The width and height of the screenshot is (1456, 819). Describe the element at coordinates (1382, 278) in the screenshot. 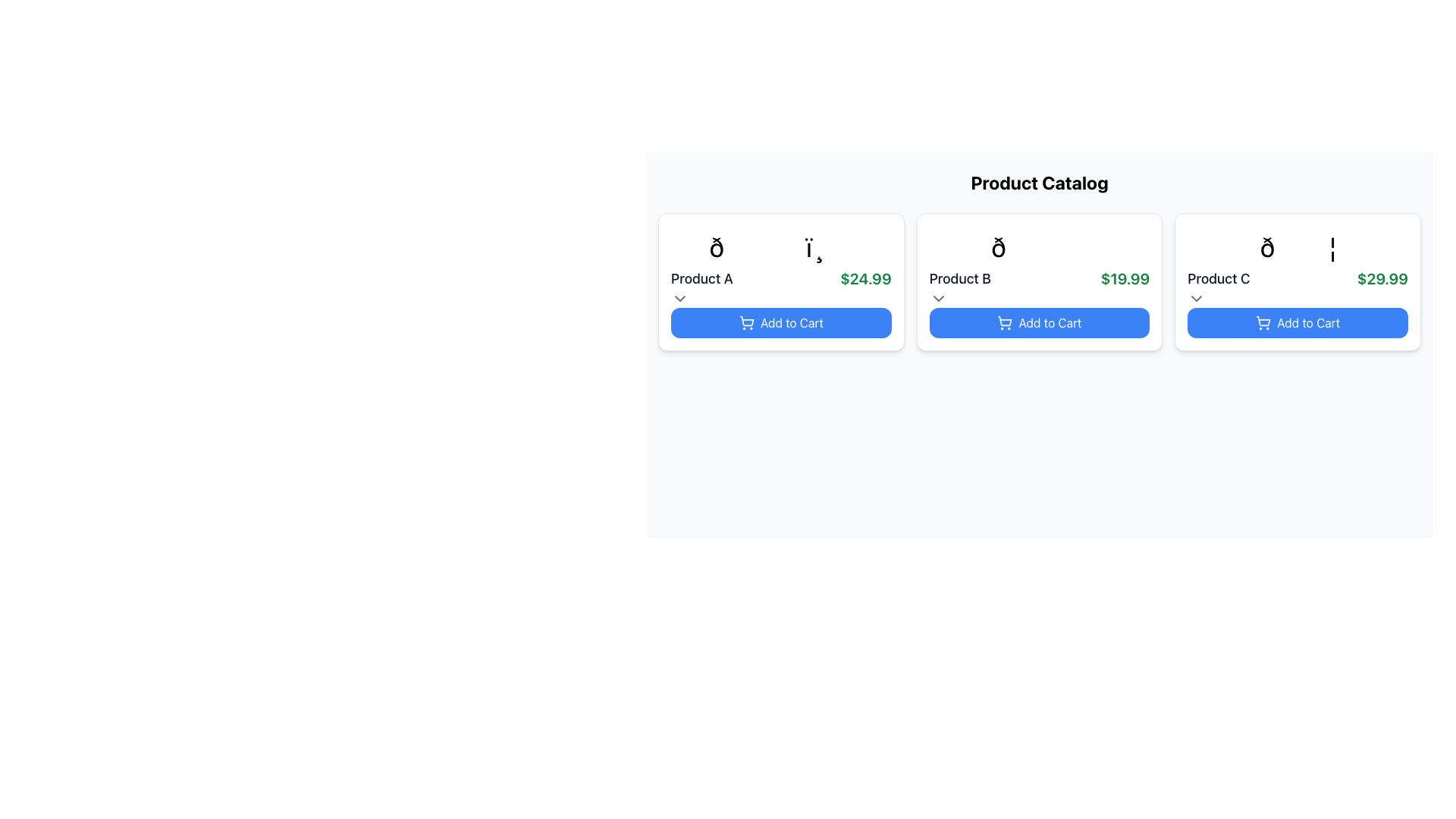

I see `the text label displaying the price '$29.99' in bold green font, located to the right of 'Product C' in the product catalog` at that location.